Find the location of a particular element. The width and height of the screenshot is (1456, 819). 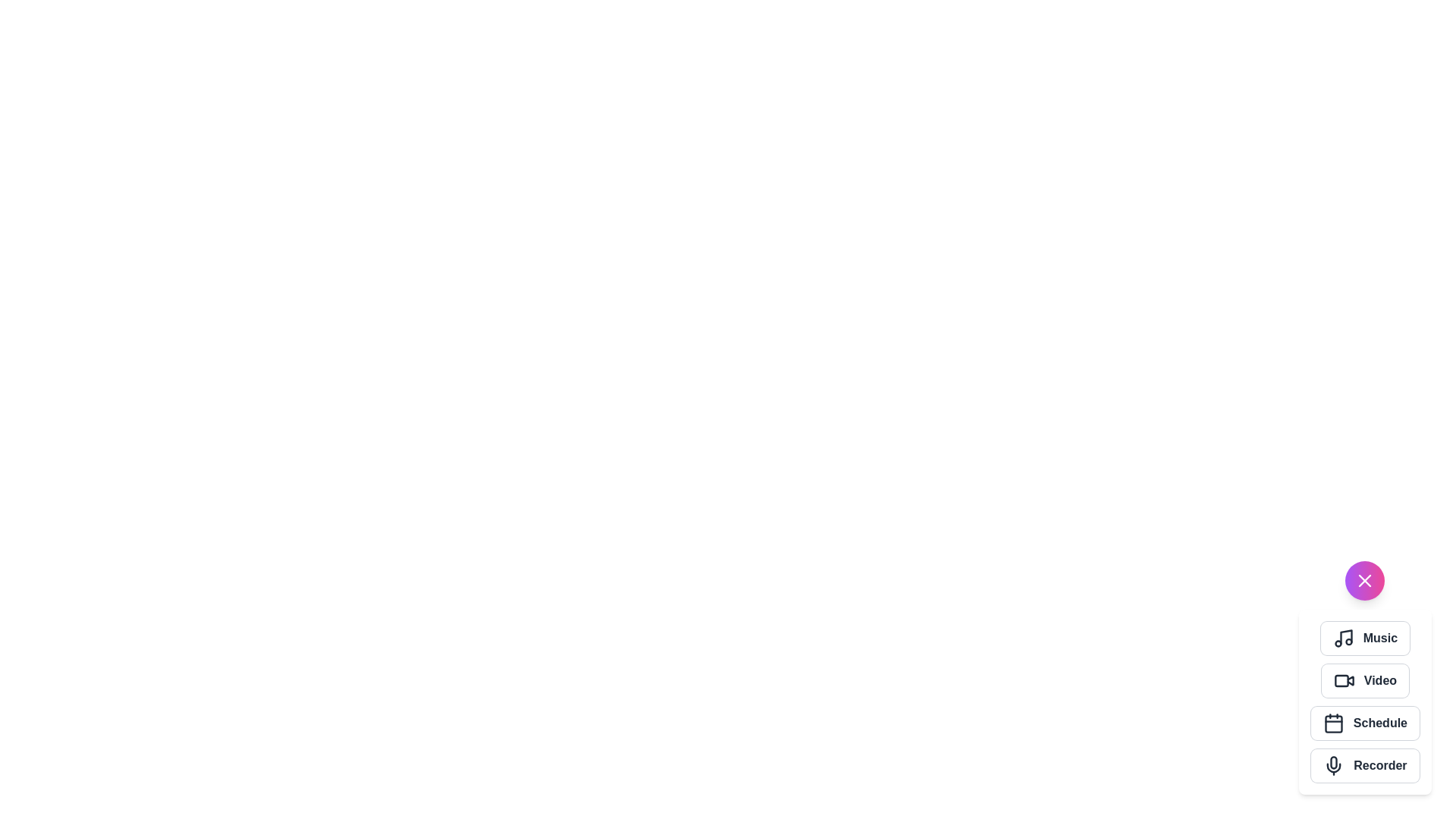

the 'Music' button to select the 'Music' action is located at coordinates (1365, 638).